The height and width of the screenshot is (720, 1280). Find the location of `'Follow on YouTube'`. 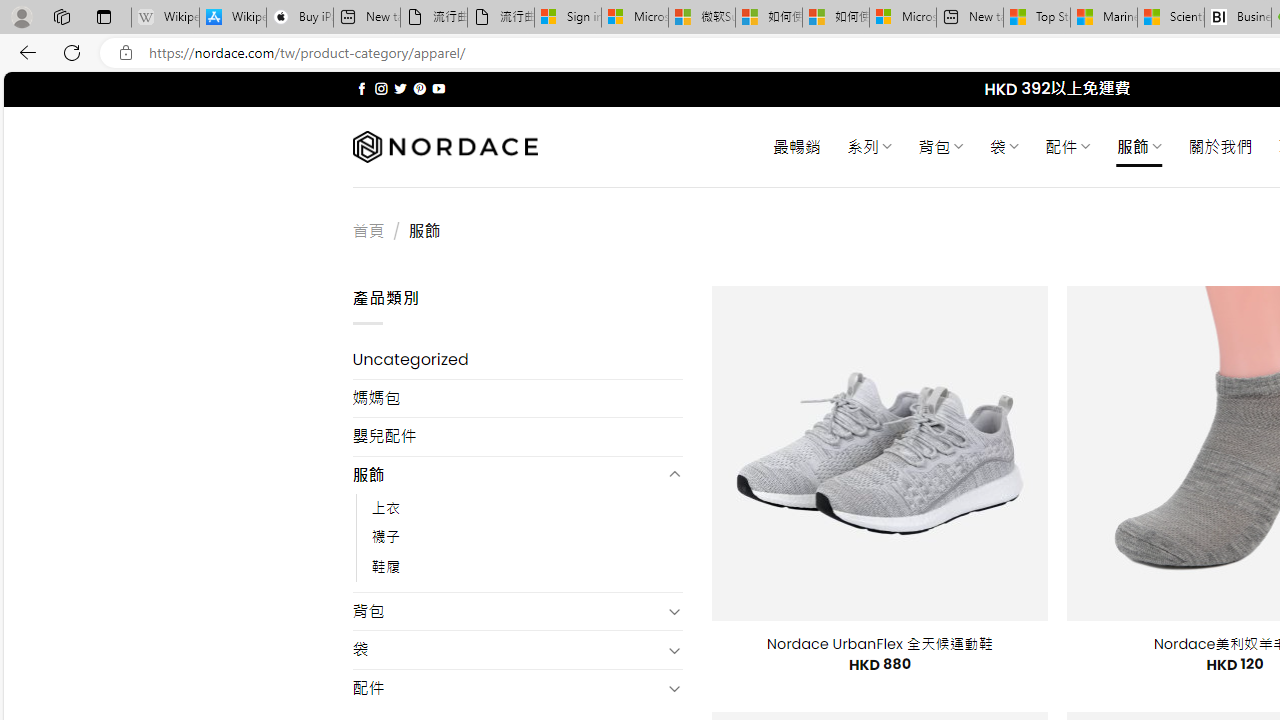

'Follow on YouTube' is located at coordinates (438, 88).